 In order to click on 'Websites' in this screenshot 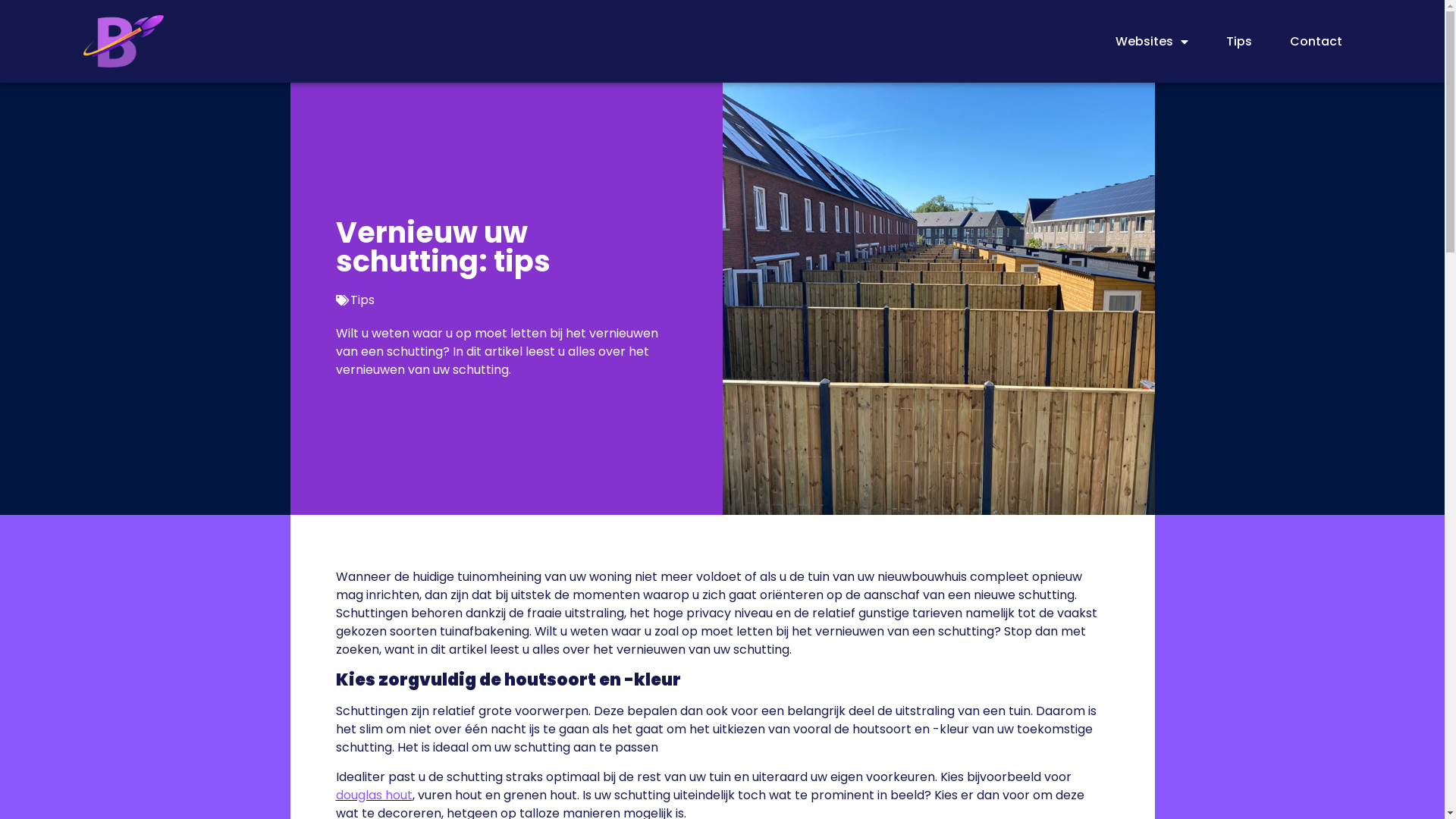, I will do `click(1151, 40)`.